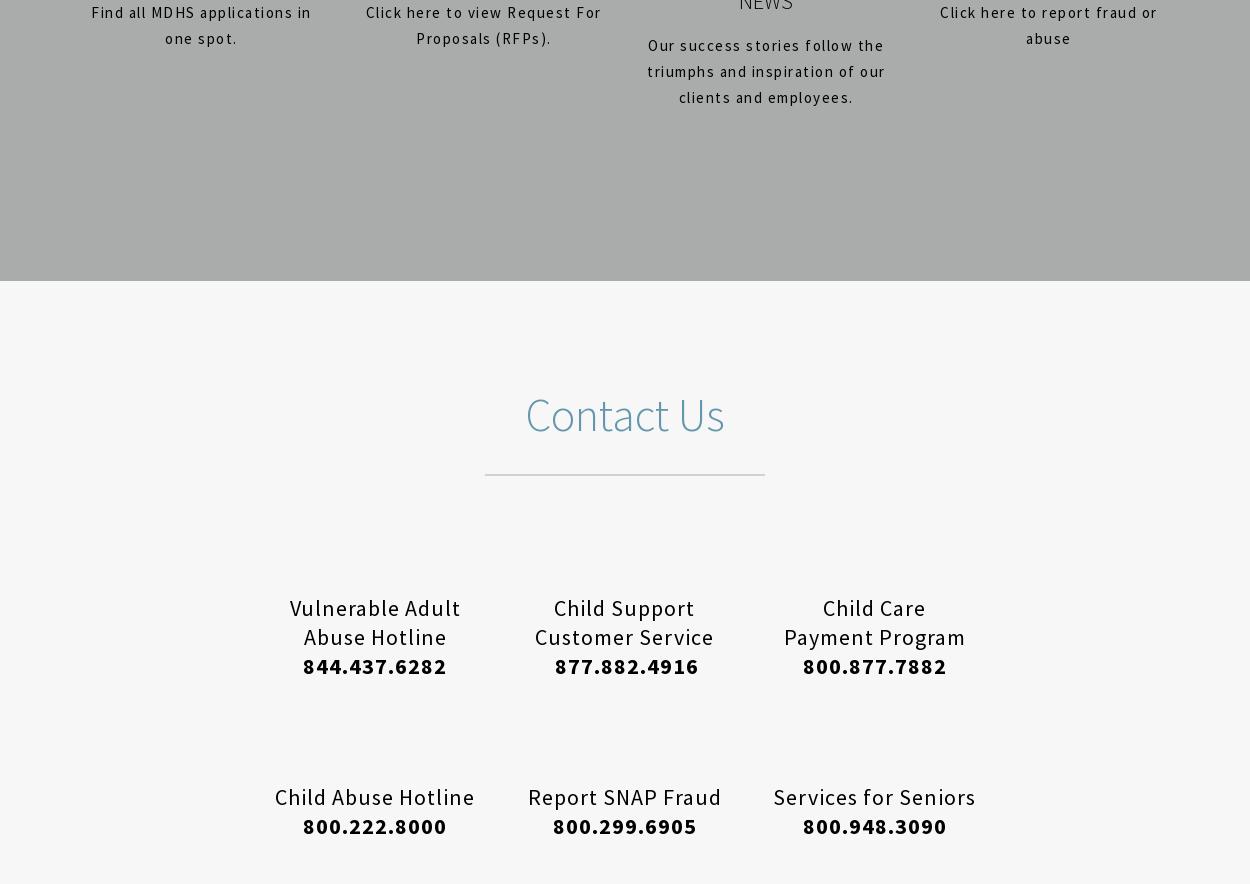 This screenshot has width=1250, height=884. What do you see at coordinates (200, 25) in the screenshot?
I see `'Find all MDHS applications in one spot.'` at bounding box center [200, 25].